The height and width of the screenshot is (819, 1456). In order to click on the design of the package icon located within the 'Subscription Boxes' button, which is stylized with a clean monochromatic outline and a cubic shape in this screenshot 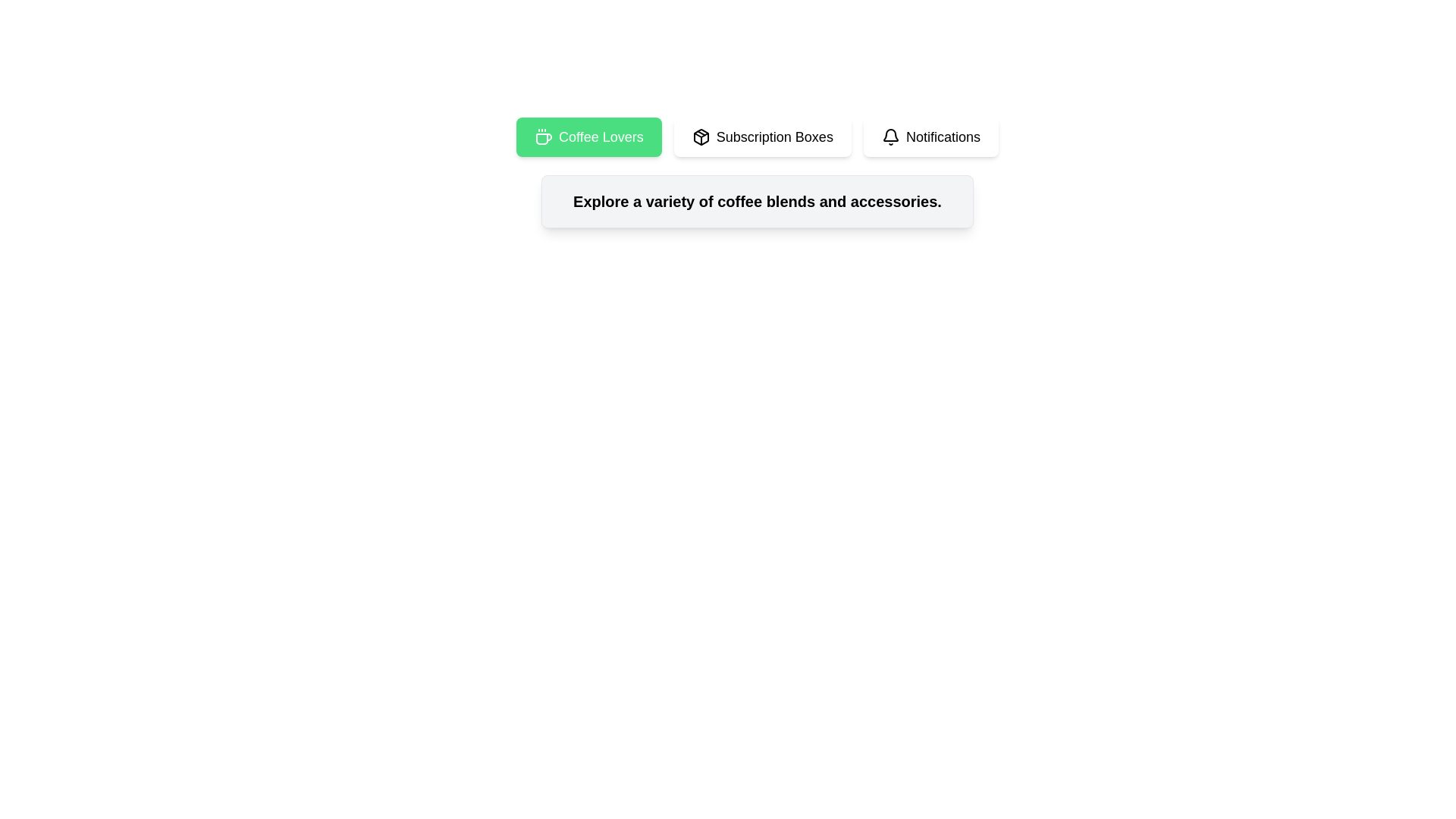, I will do `click(700, 137)`.